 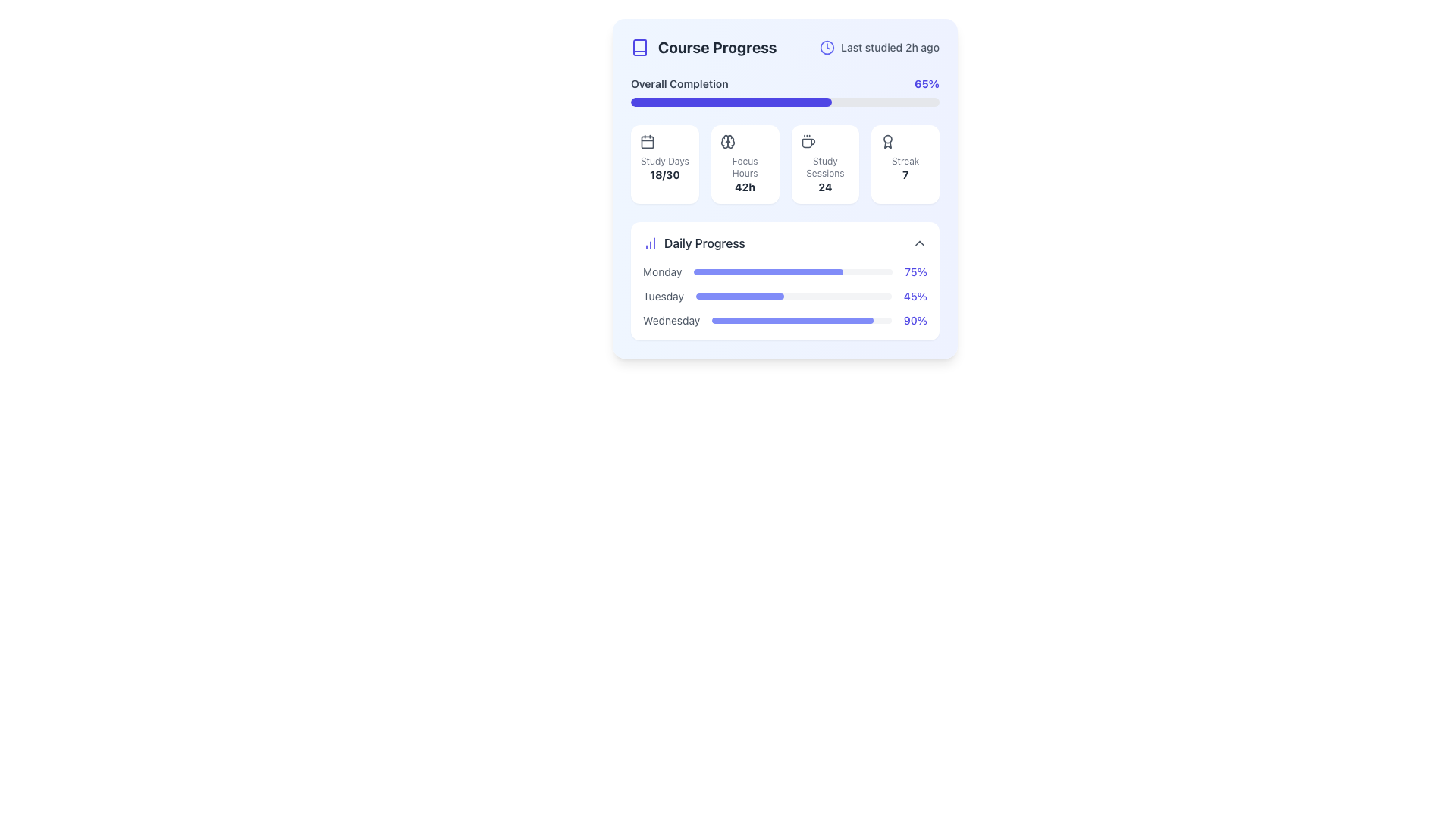 I want to click on the filled segment of the progress bar representing 45% completion, located under the 'Tuesday' label in the 'Daily Progress' section, so click(x=739, y=296).